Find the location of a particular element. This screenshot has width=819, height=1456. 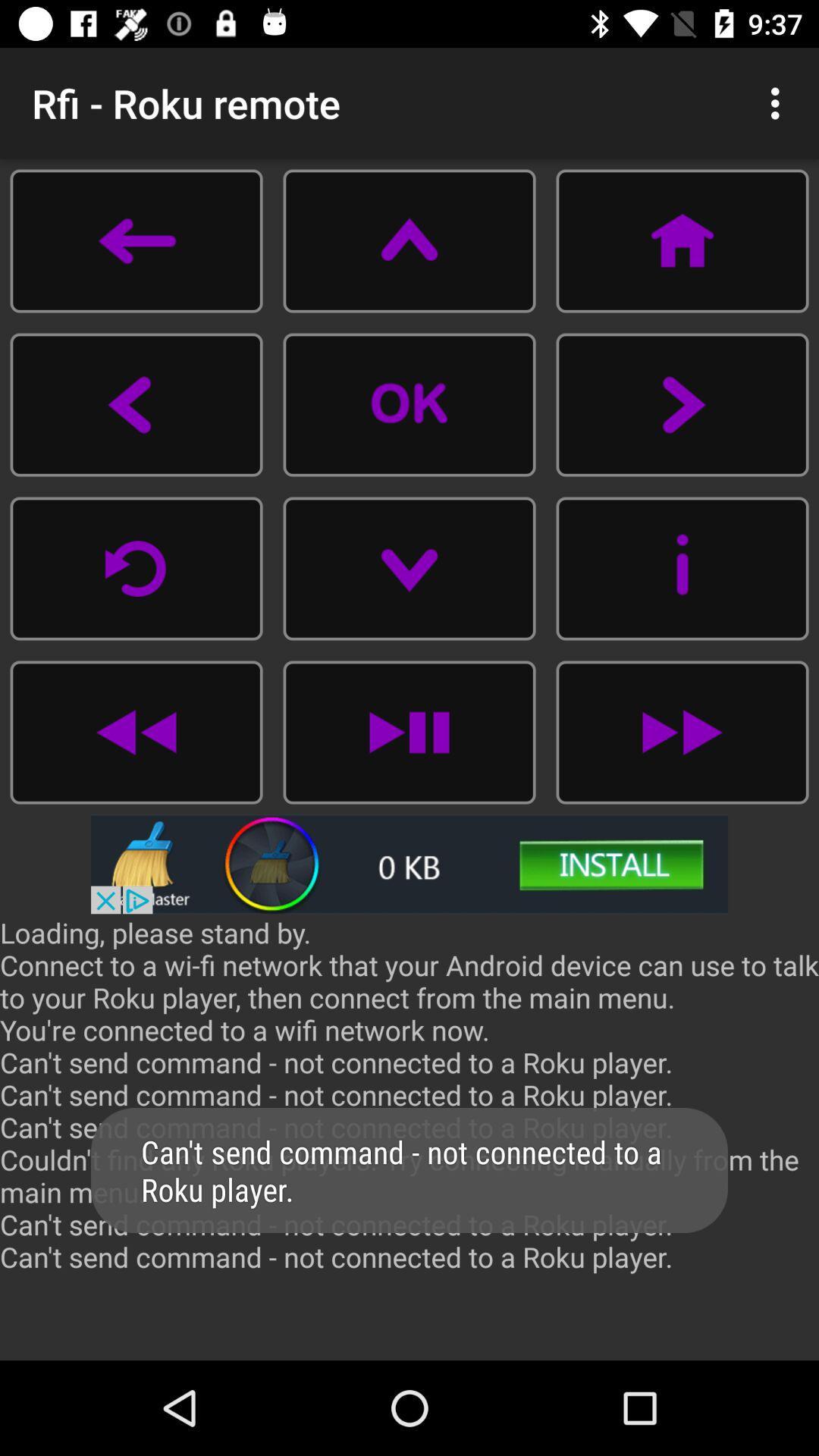

0 kb install is located at coordinates (409, 864).